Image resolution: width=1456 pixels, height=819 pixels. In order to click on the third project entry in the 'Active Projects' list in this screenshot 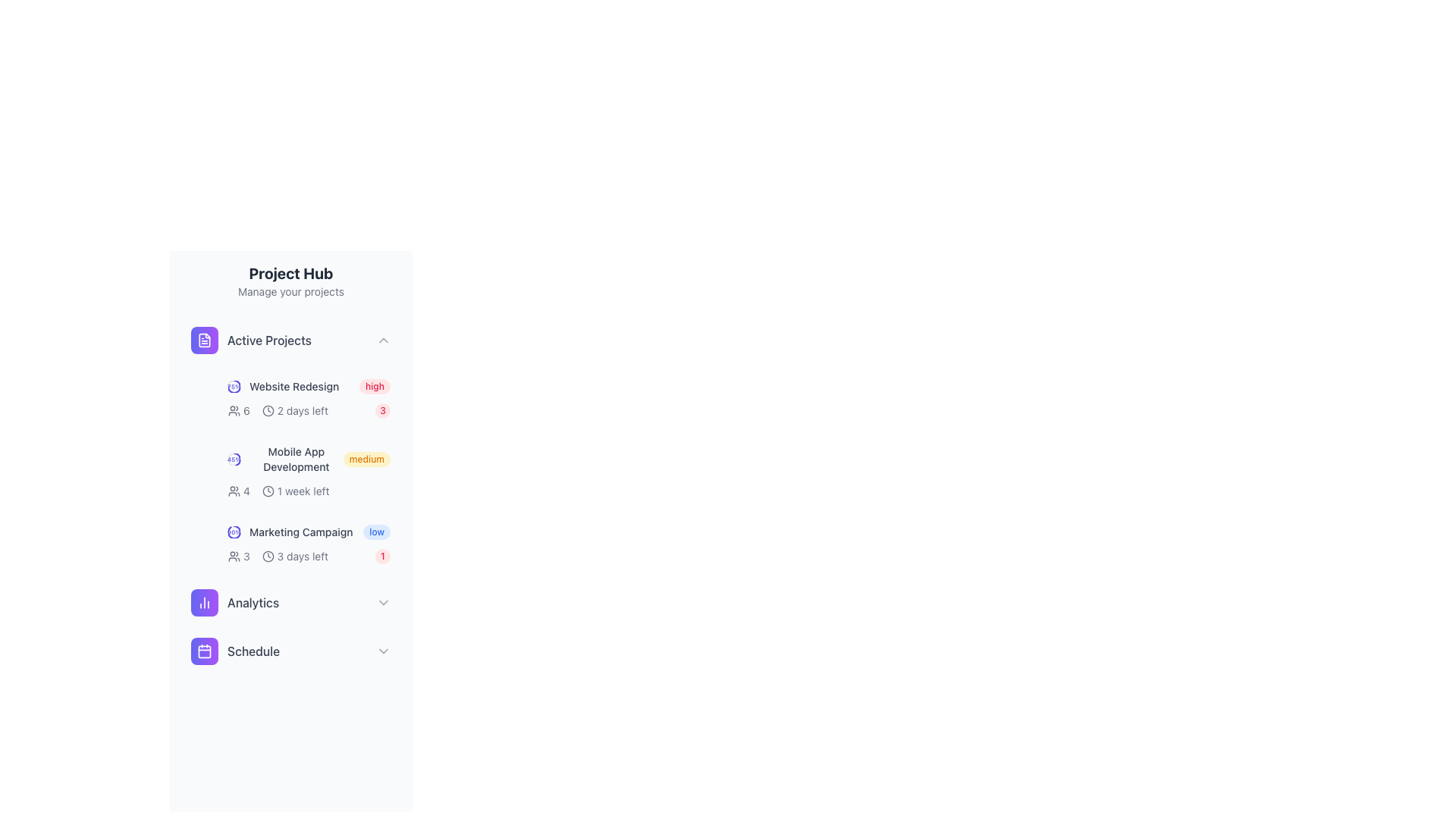, I will do `click(309, 532)`.